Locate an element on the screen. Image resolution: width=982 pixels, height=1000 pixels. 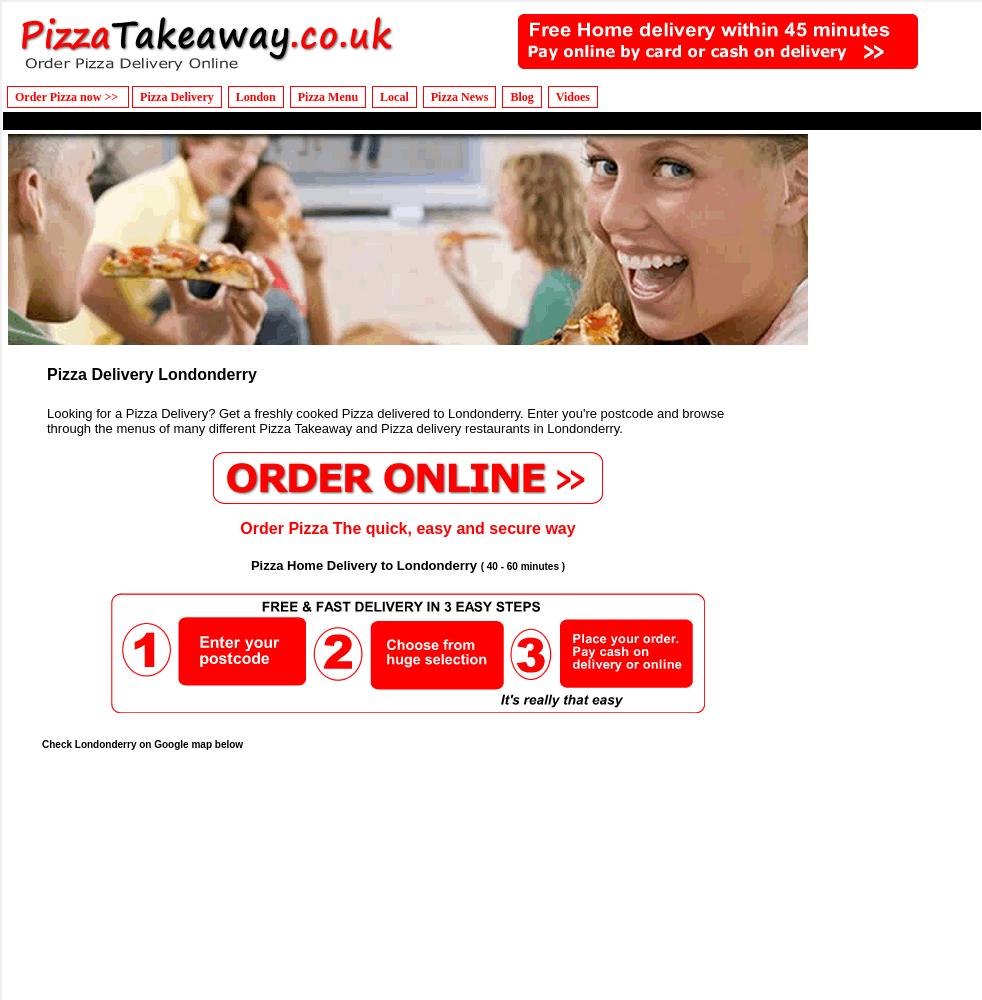
'Order Pizza now >>' is located at coordinates (66, 96).